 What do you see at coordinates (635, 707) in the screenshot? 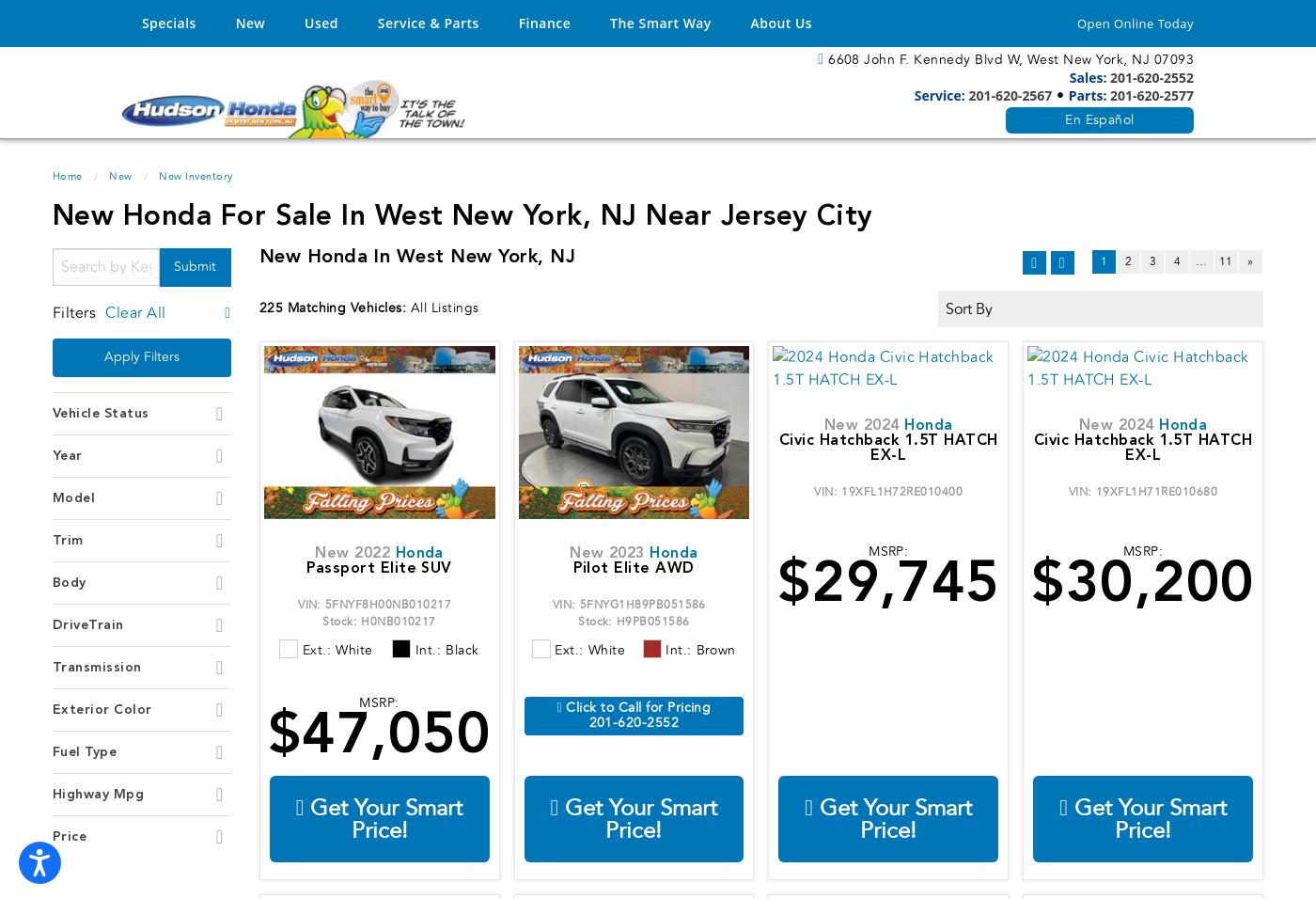
I see `'Click to Call for Pricing'` at bounding box center [635, 707].